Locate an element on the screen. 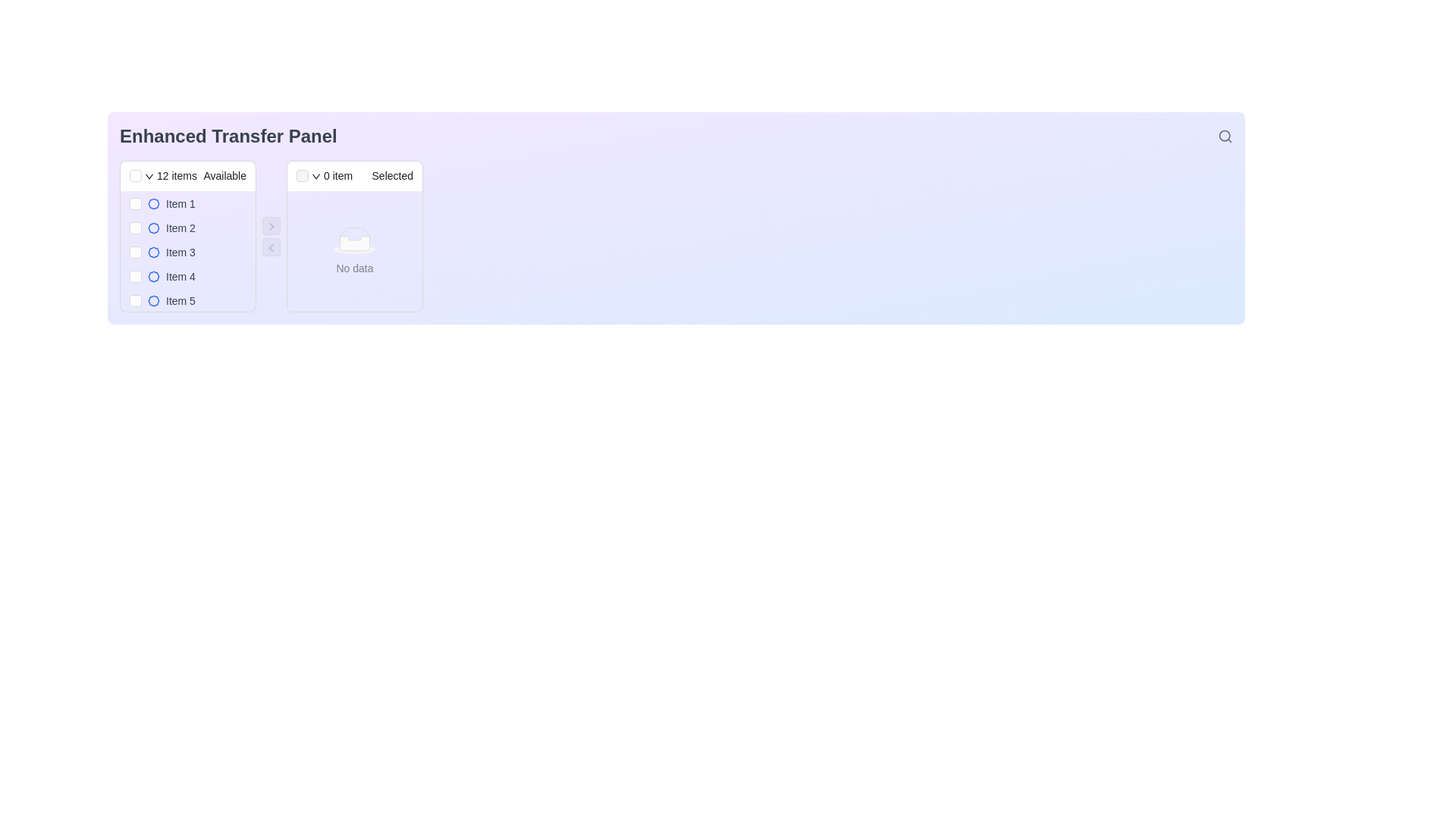 This screenshot has width=1456, height=819. the minimalist square checkbox located to the left of the text label 'Item 1' within the 'Available' panel of the transfer list is located at coordinates (135, 203).